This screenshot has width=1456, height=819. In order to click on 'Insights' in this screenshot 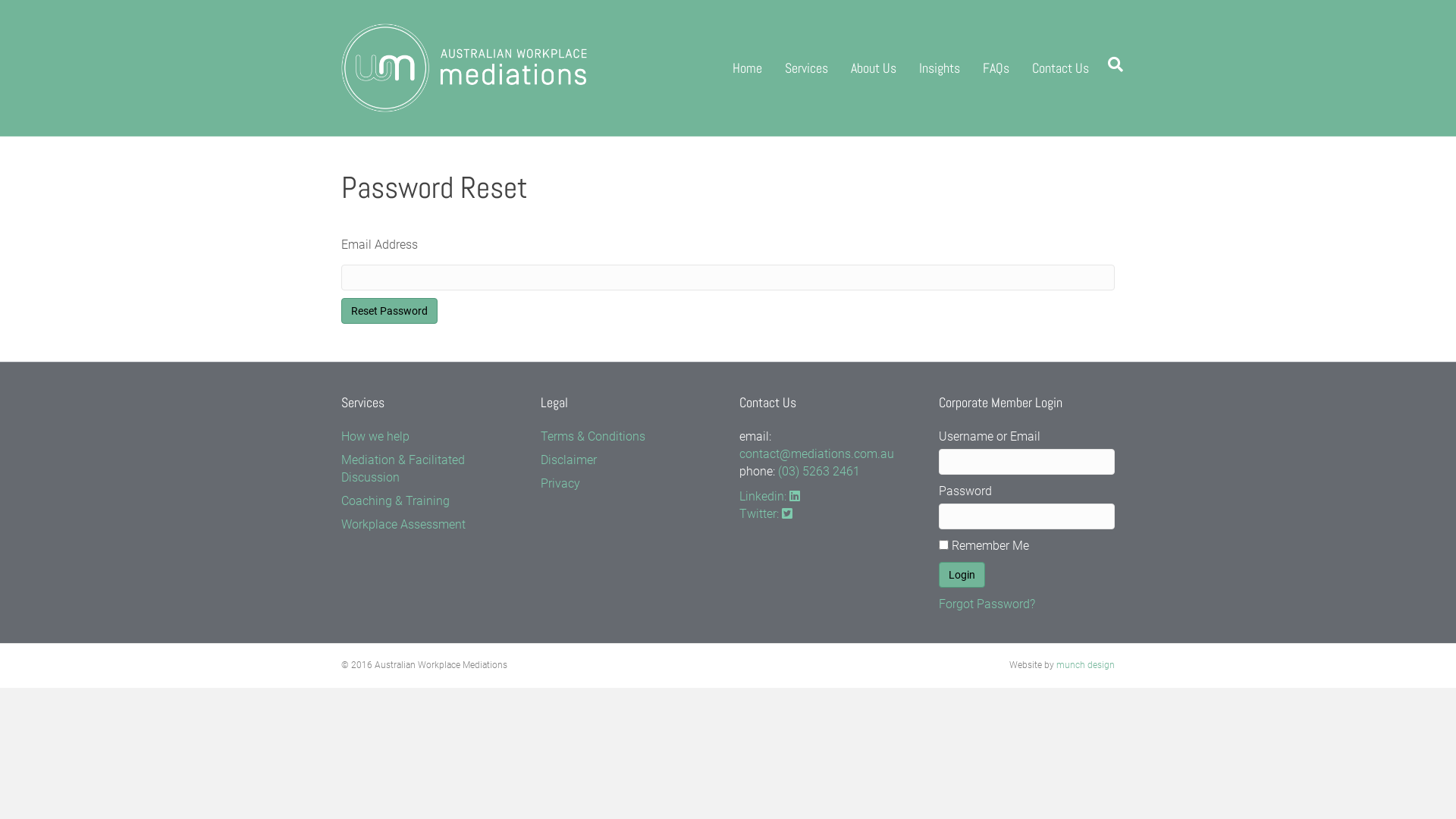, I will do `click(938, 67)`.